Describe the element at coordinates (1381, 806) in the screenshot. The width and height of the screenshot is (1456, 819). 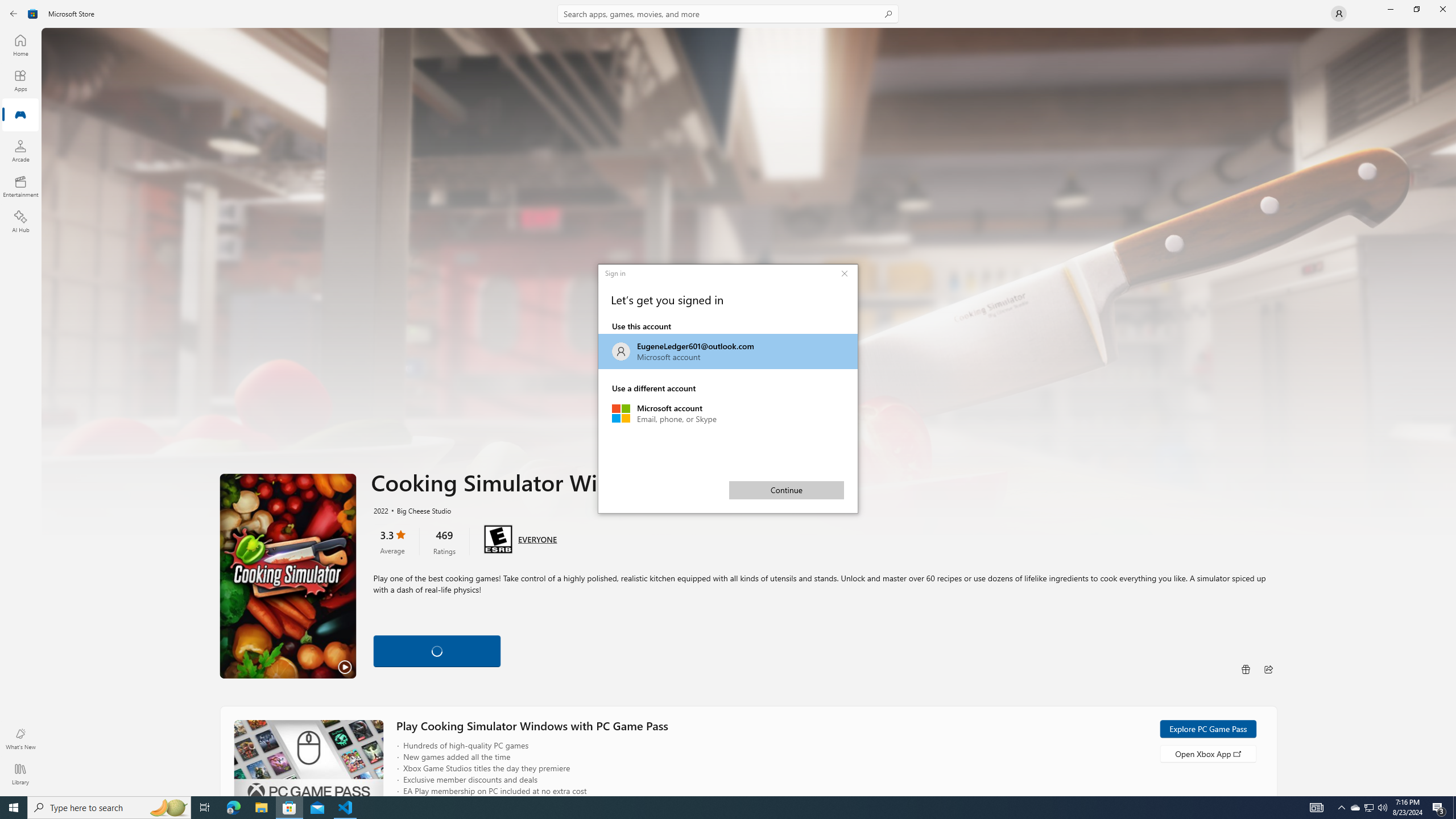
I see `'Q2790: 100%'` at that location.